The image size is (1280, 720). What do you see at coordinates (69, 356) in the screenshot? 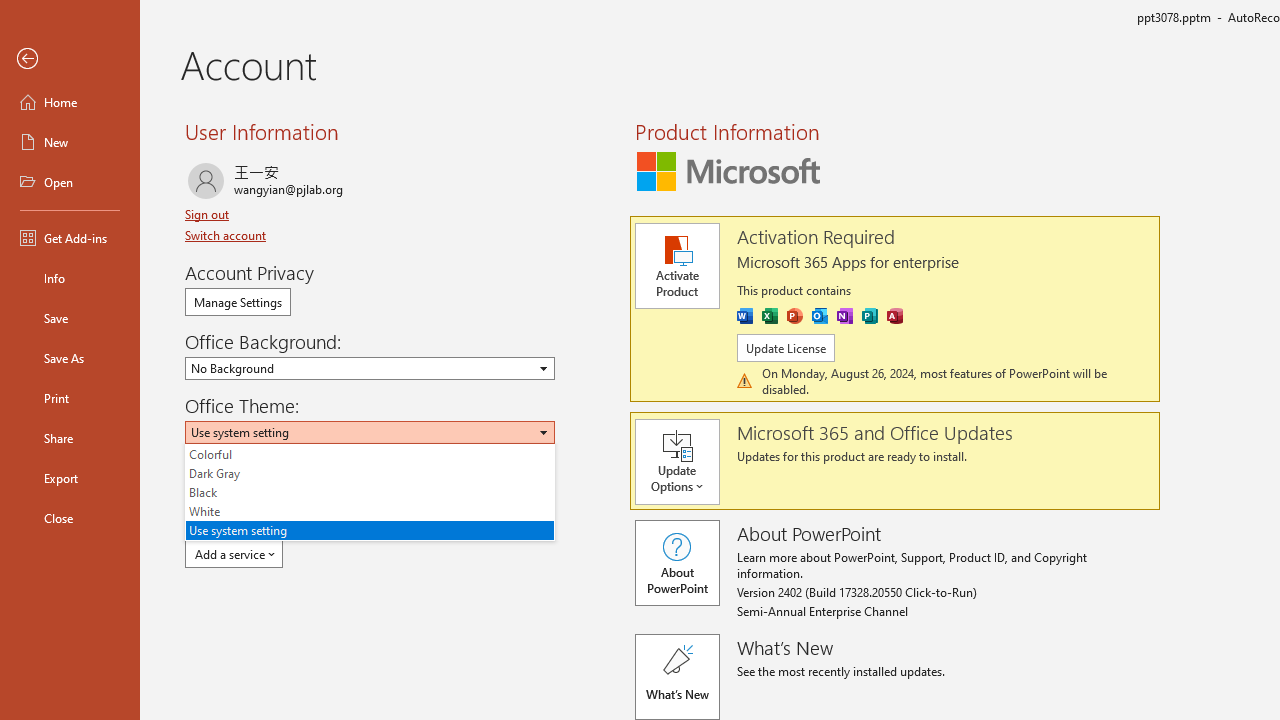
I see `'Save As'` at bounding box center [69, 356].